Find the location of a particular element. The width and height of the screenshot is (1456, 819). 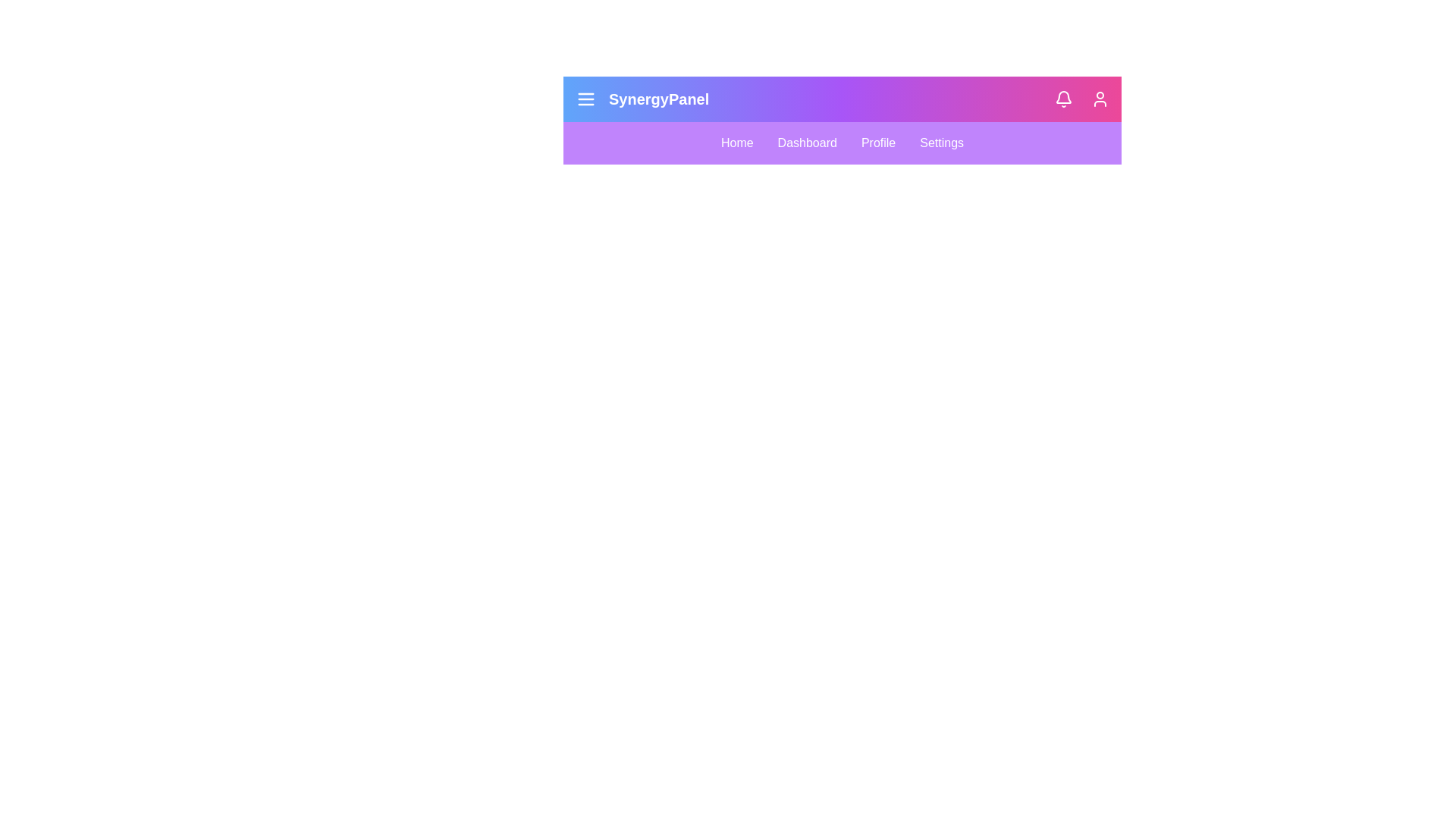

the menu icon to toggle the menu is located at coordinates (585, 99).